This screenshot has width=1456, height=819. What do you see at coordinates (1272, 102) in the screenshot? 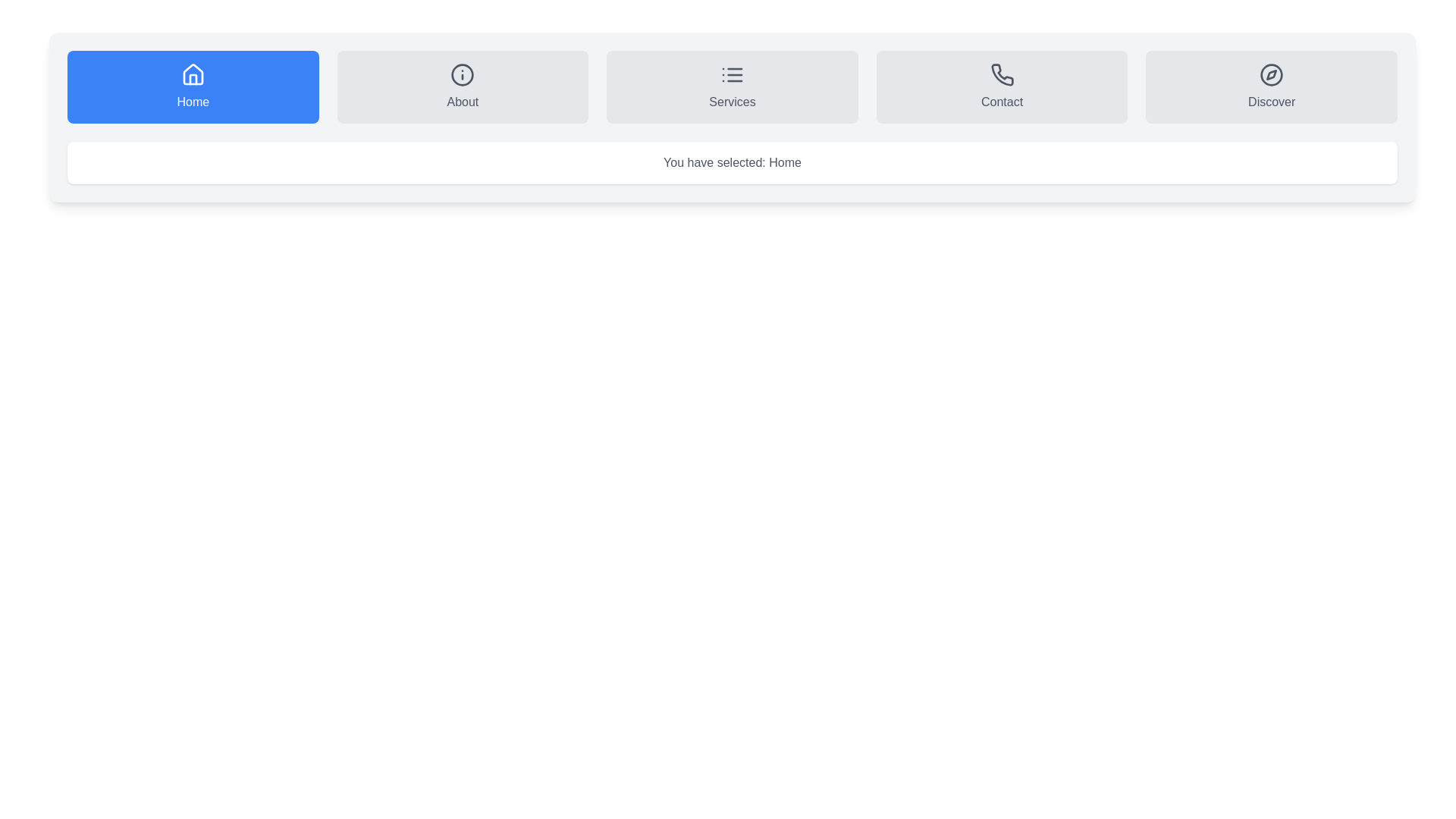
I see `text label indicating 'Discover' functionality located inside the fifth navigation button from the left in the horizontal navigation bar at the top-right corner` at bounding box center [1272, 102].